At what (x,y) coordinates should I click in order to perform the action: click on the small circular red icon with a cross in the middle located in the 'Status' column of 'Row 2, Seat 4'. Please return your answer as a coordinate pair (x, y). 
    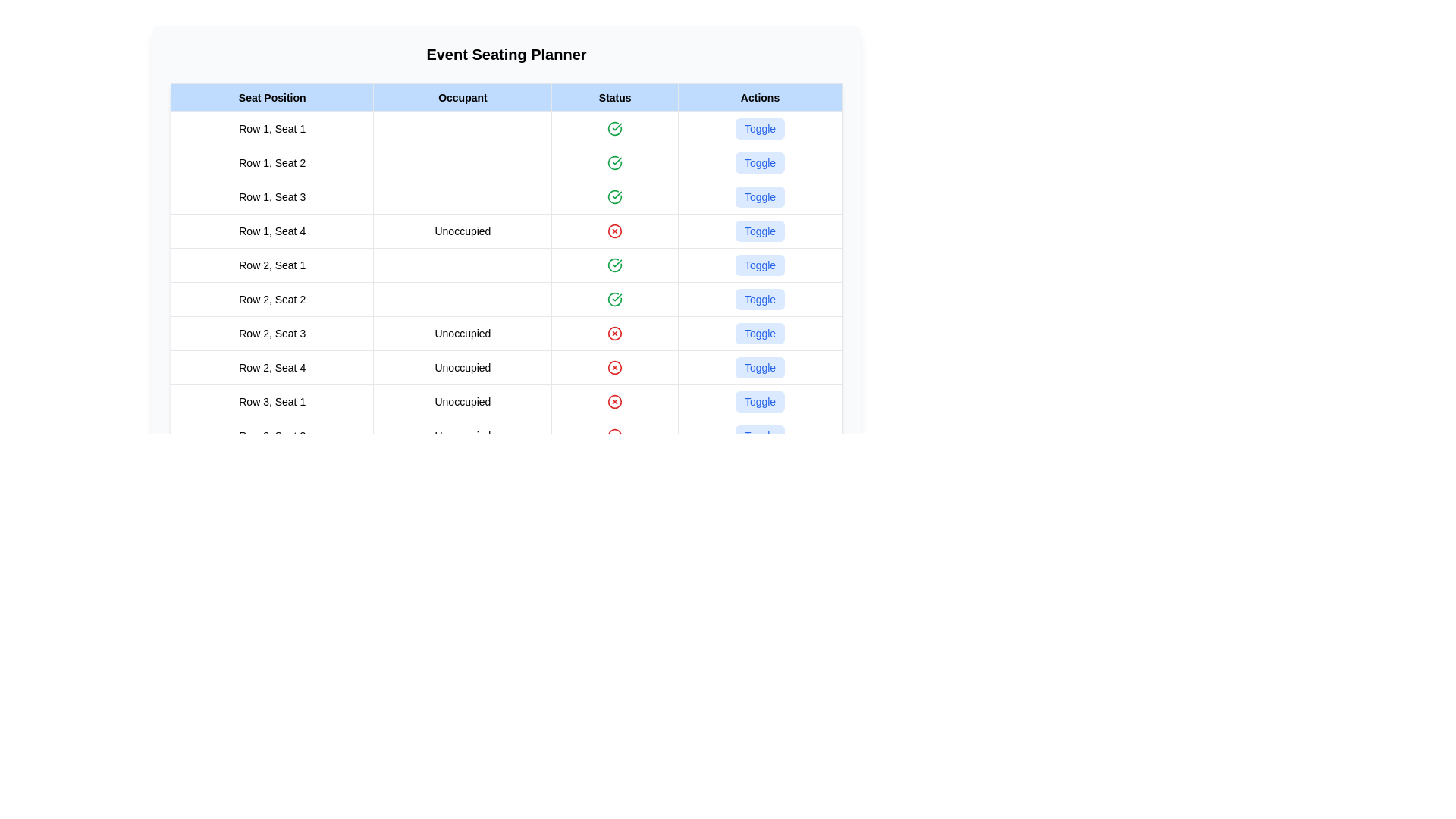
    Looking at the image, I should click on (615, 368).